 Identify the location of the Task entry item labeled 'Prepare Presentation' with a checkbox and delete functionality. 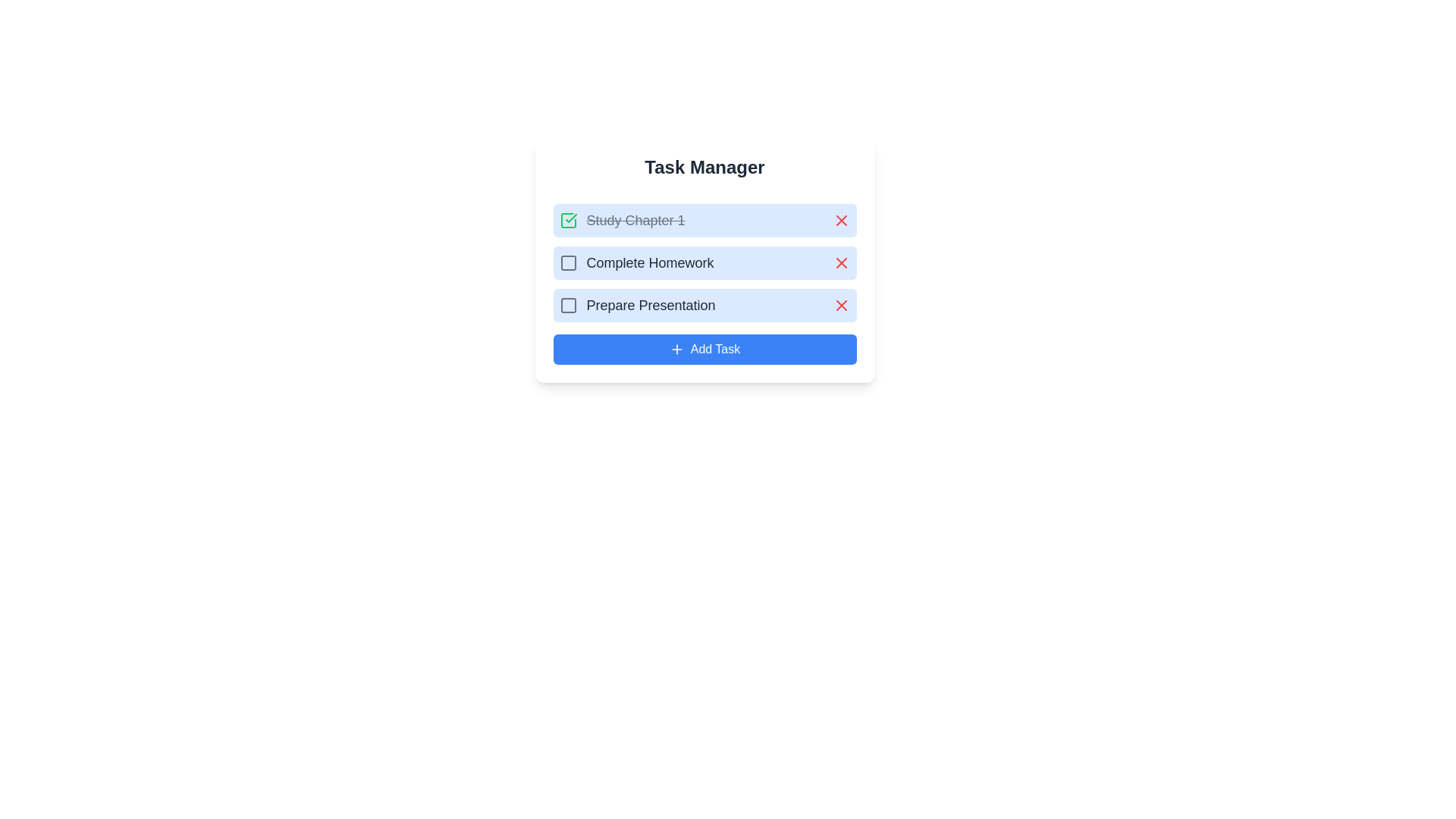
(704, 305).